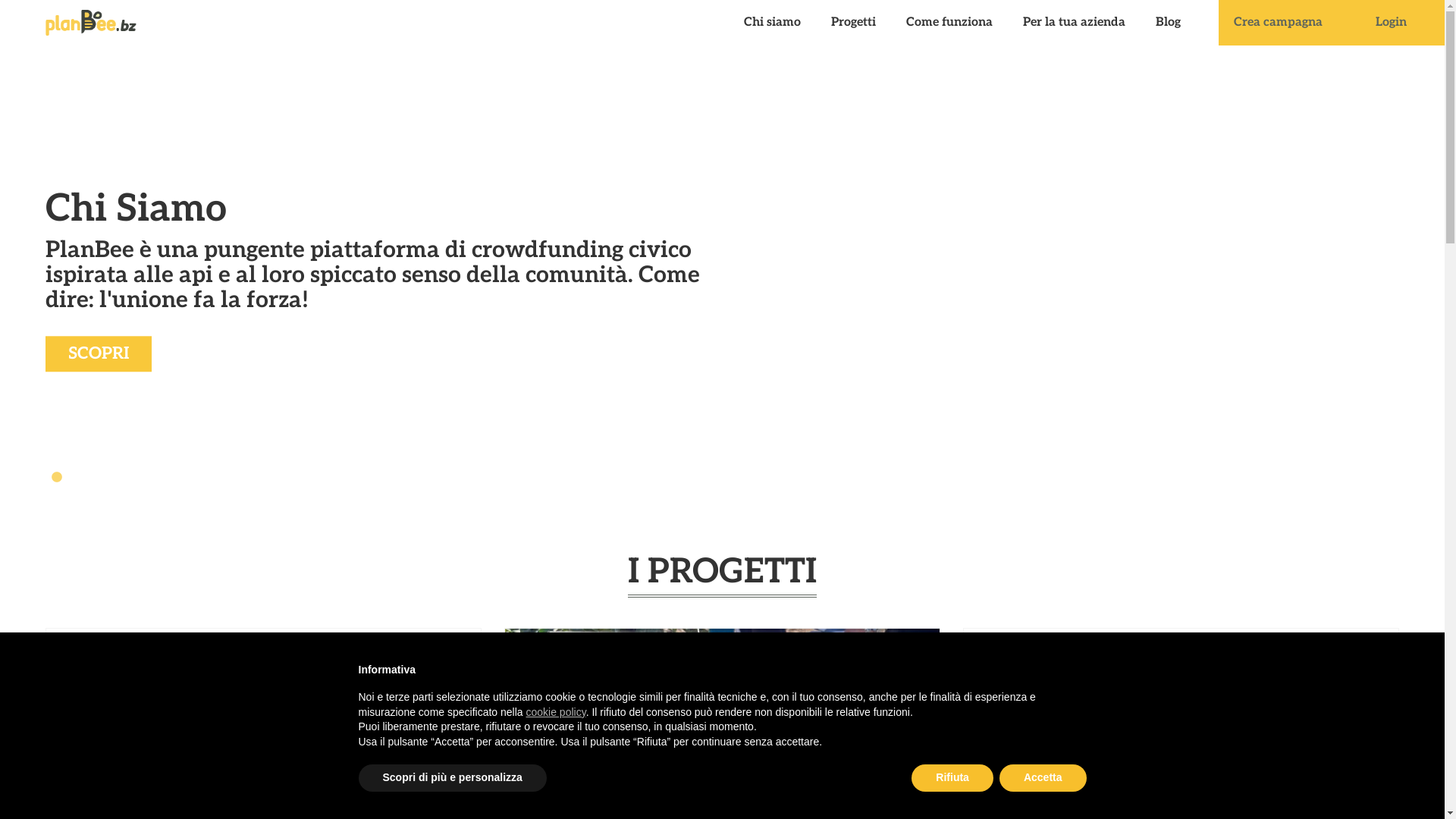 This screenshot has height=819, width=1456. What do you see at coordinates (772, 23) in the screenshot?
I see `'Chi siamo'` at bounding box center [772, 23].